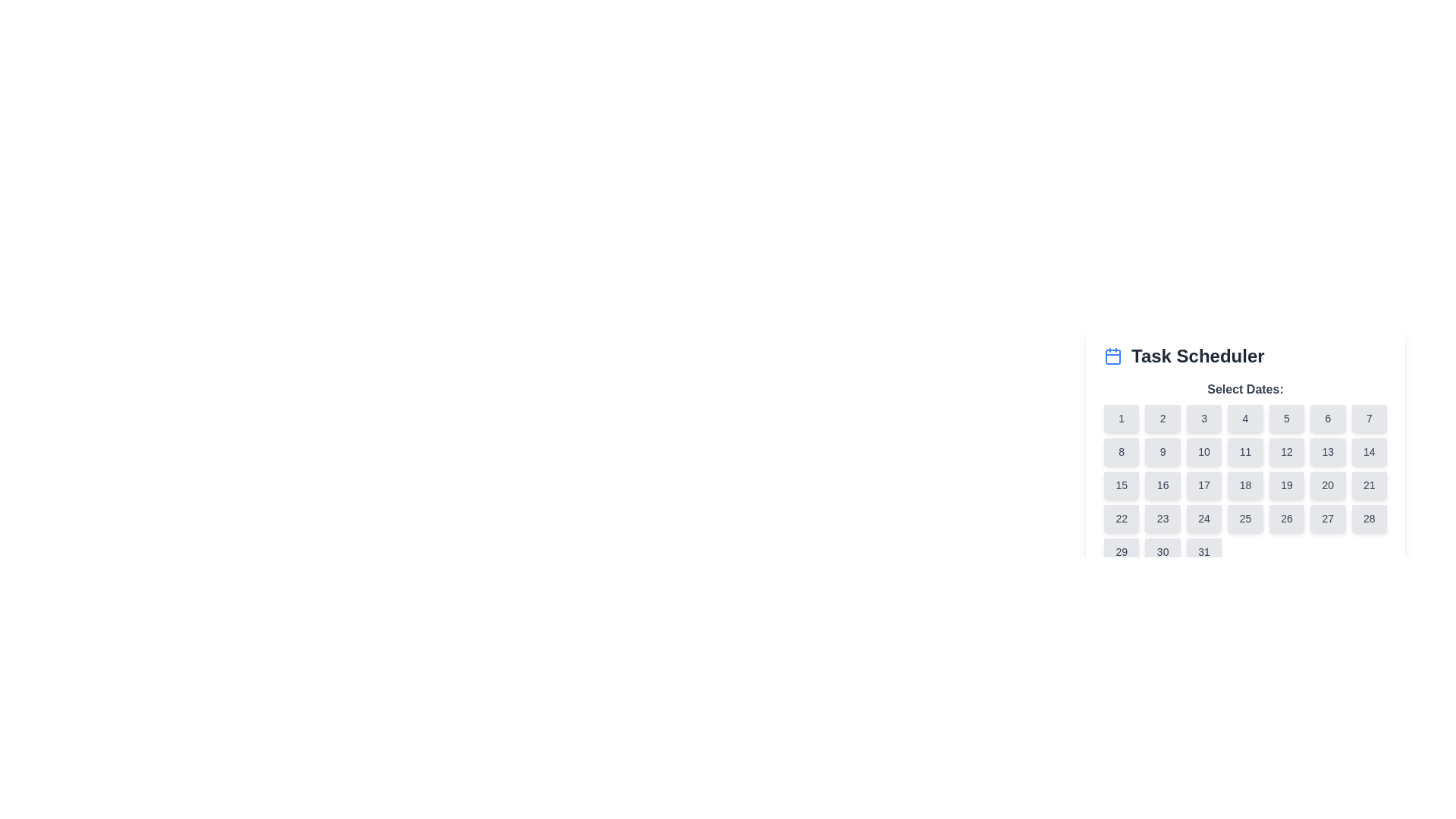  I want to click on the rounded rectangular button labeled '20' in the Task Scheduler, so click(1327, 485).